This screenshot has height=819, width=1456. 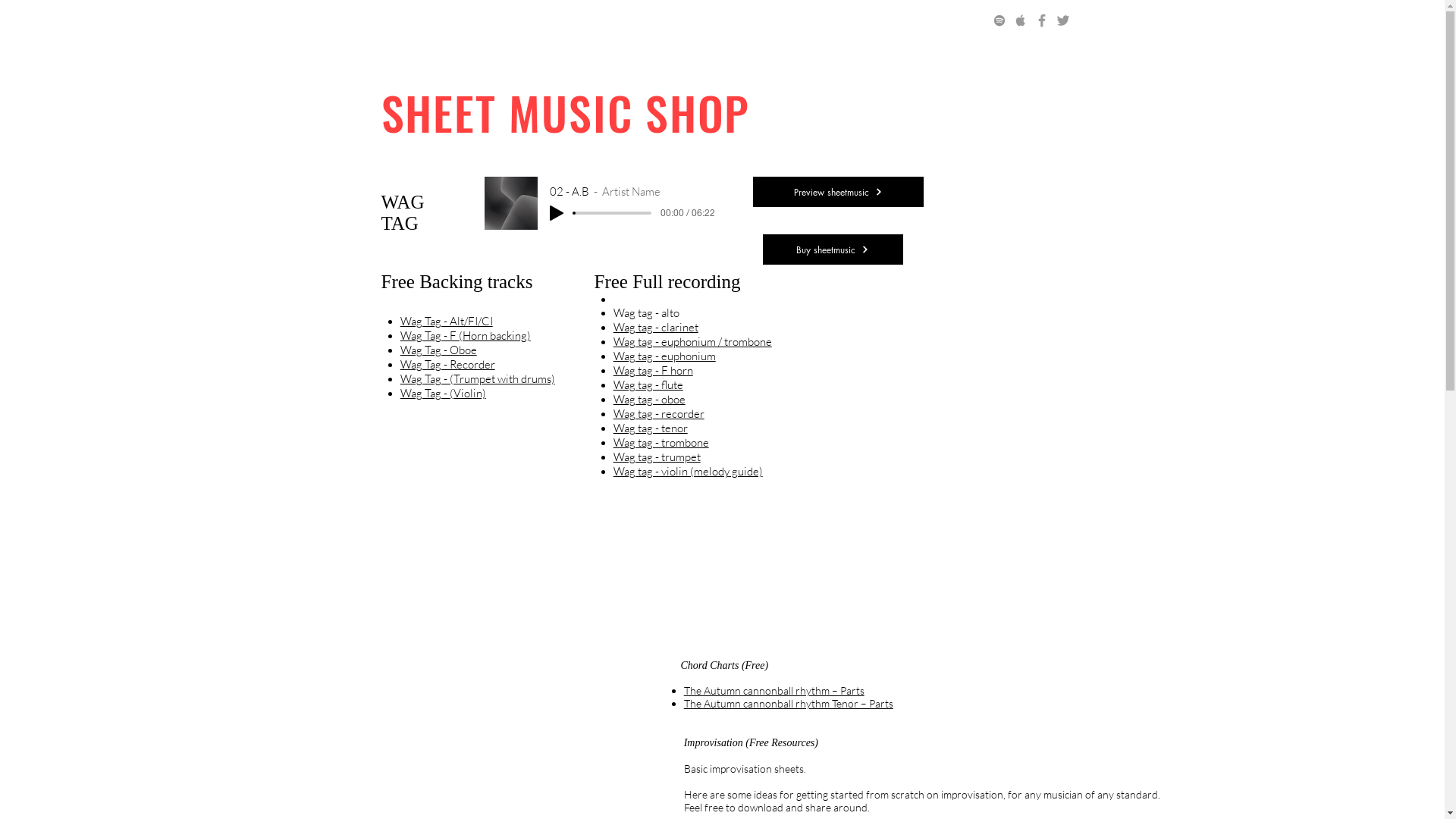 I want to click on 'Wag tag - violin (melody guide)', so click(x=687, y=470).